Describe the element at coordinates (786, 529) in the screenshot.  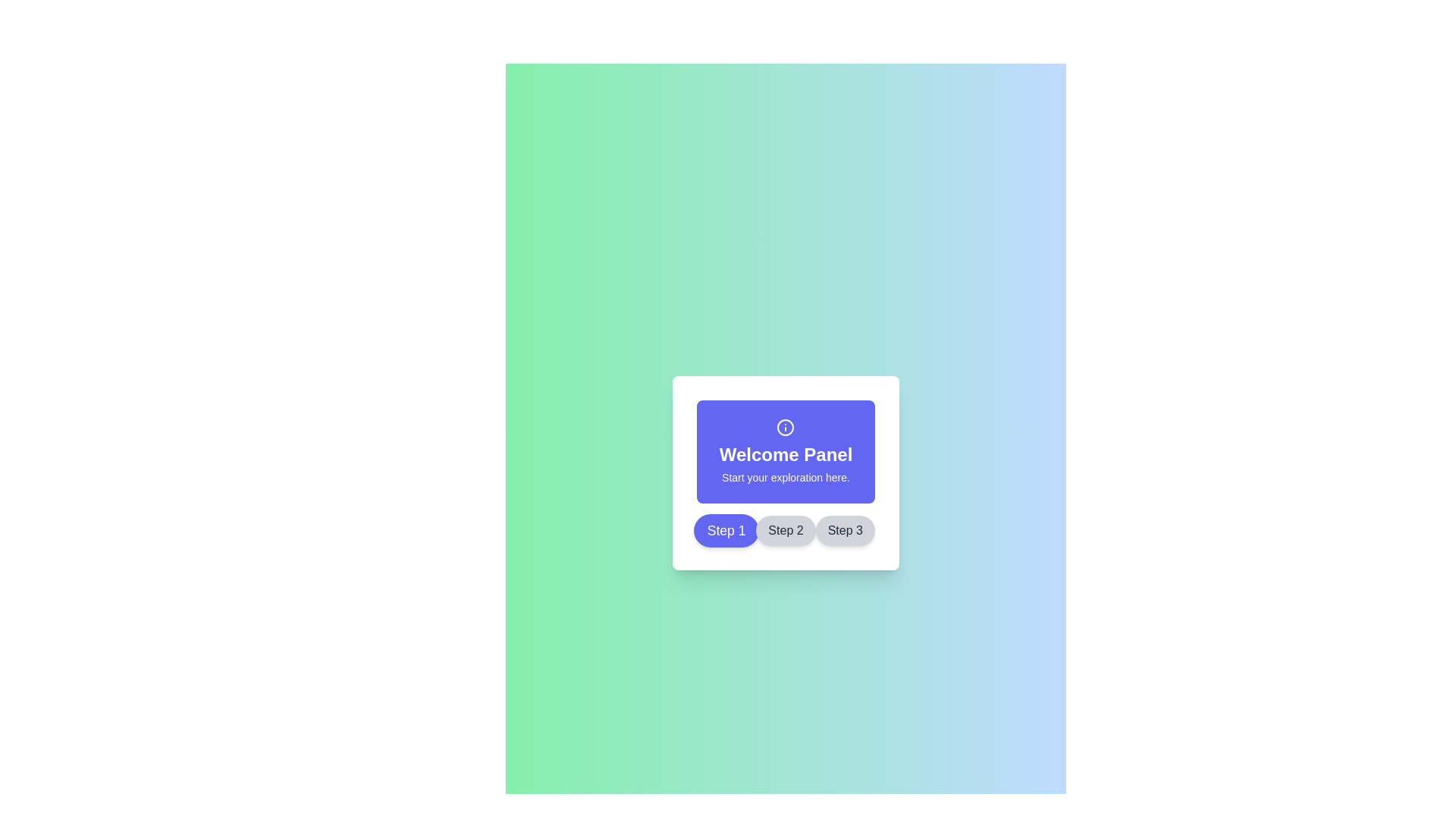
I see `the second button in the navigation sequence located below the 'Welcome Panel'` at that location.